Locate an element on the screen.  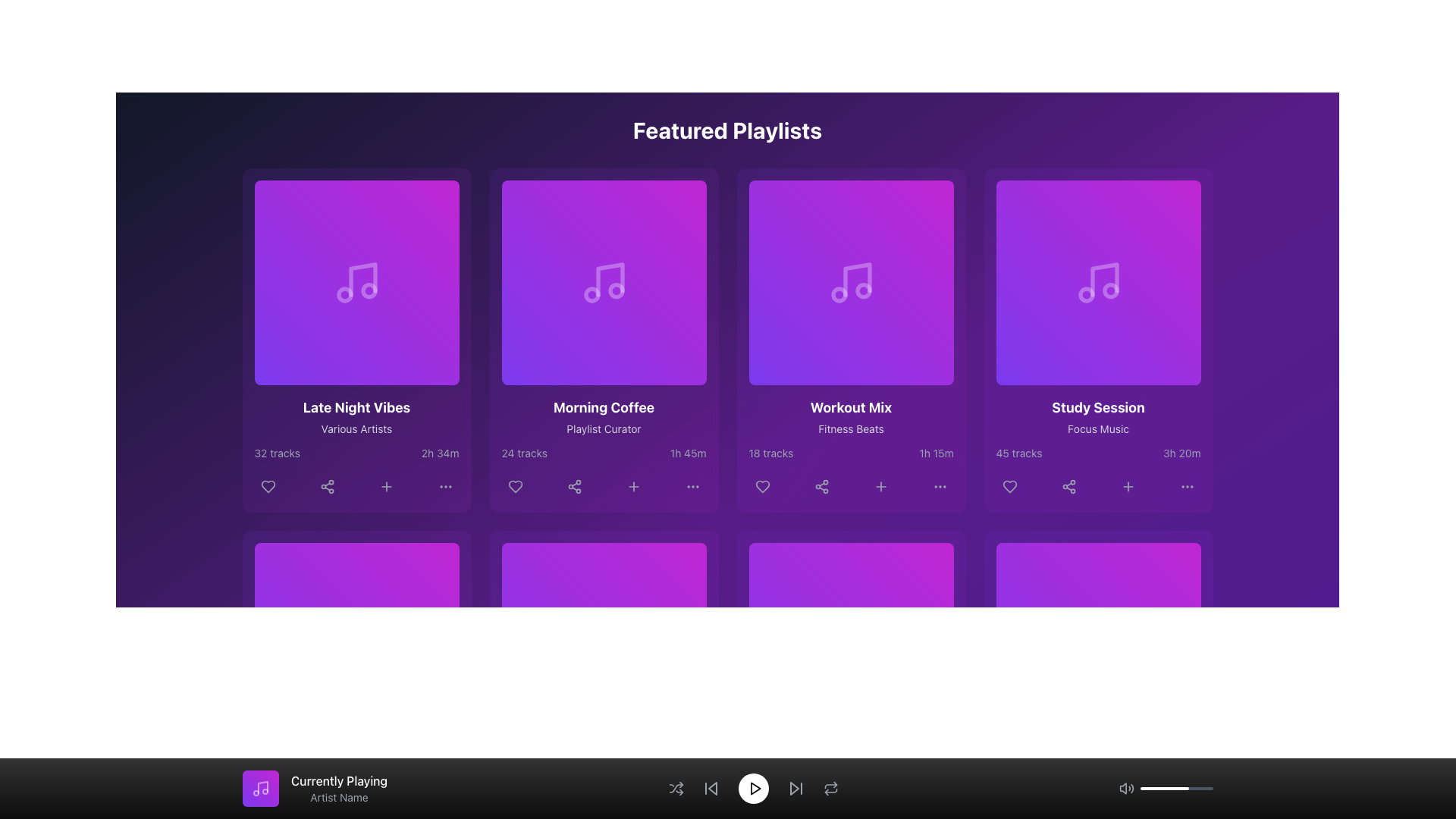
the sharing button located in the bottom section of the 'Study Session' card, positioned under 'Focus Music', to change its color is located at coordinates (1068, 486).